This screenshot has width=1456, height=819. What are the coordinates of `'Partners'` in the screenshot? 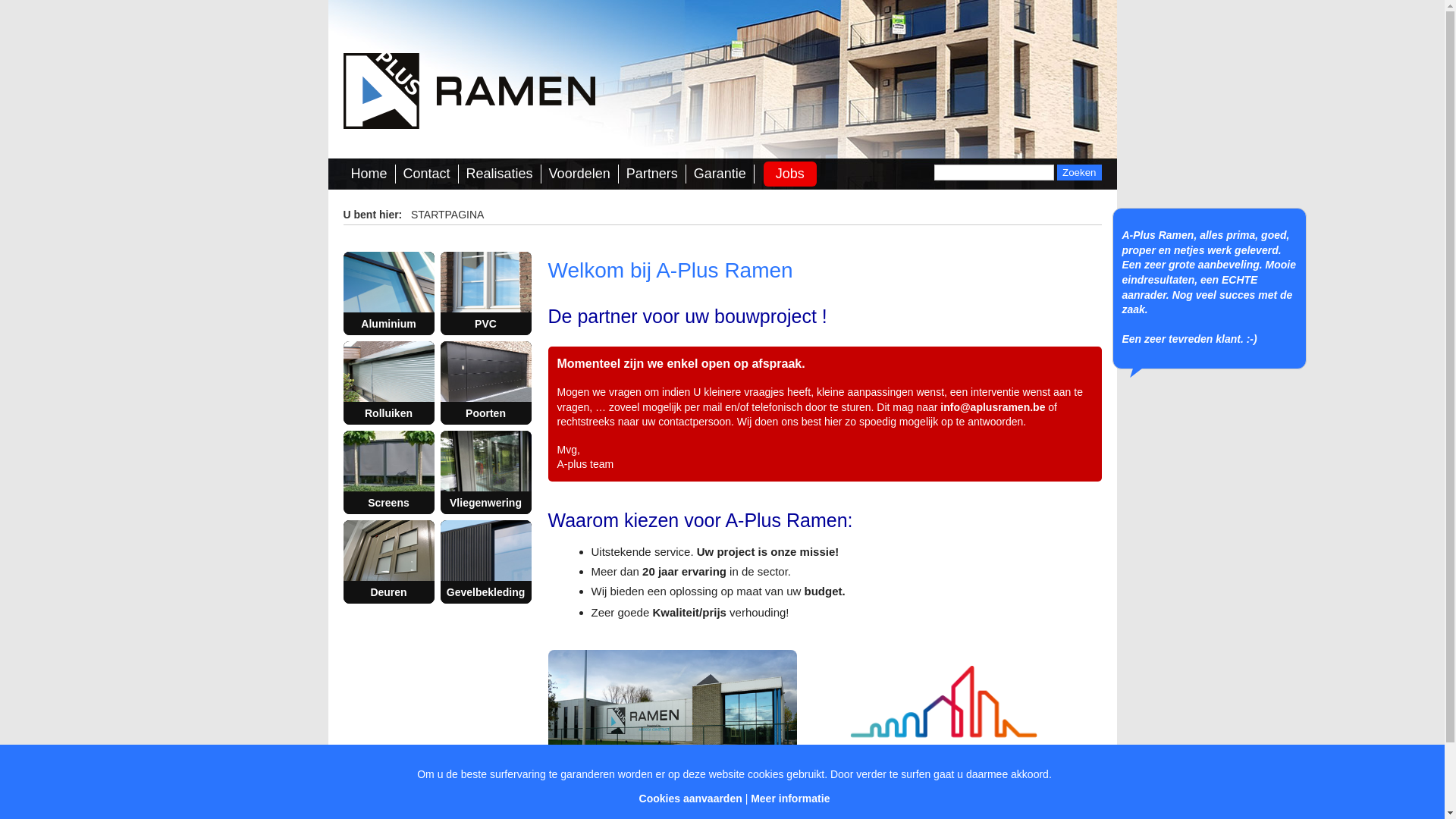 It's located at (651, 172).